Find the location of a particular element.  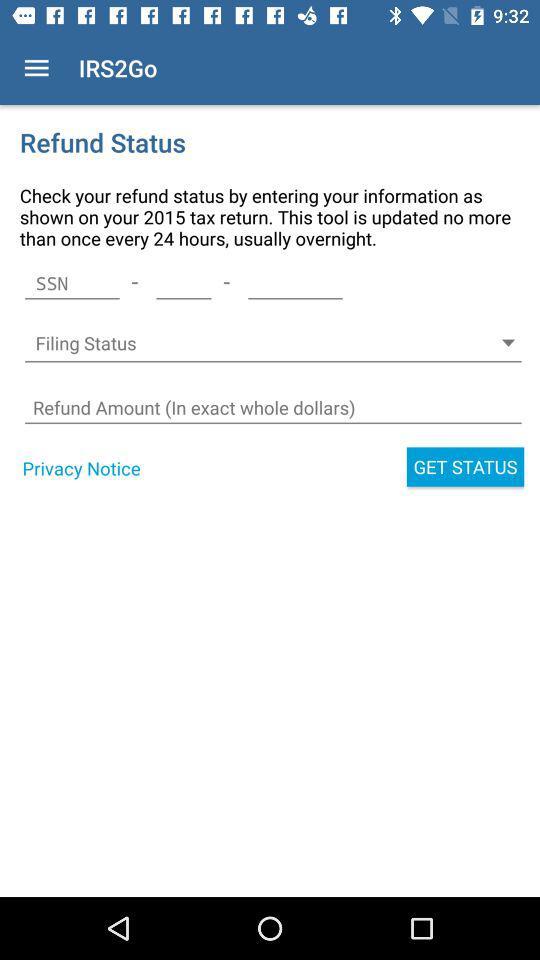

icon next to the get status item is located at coordinates (80, 468).